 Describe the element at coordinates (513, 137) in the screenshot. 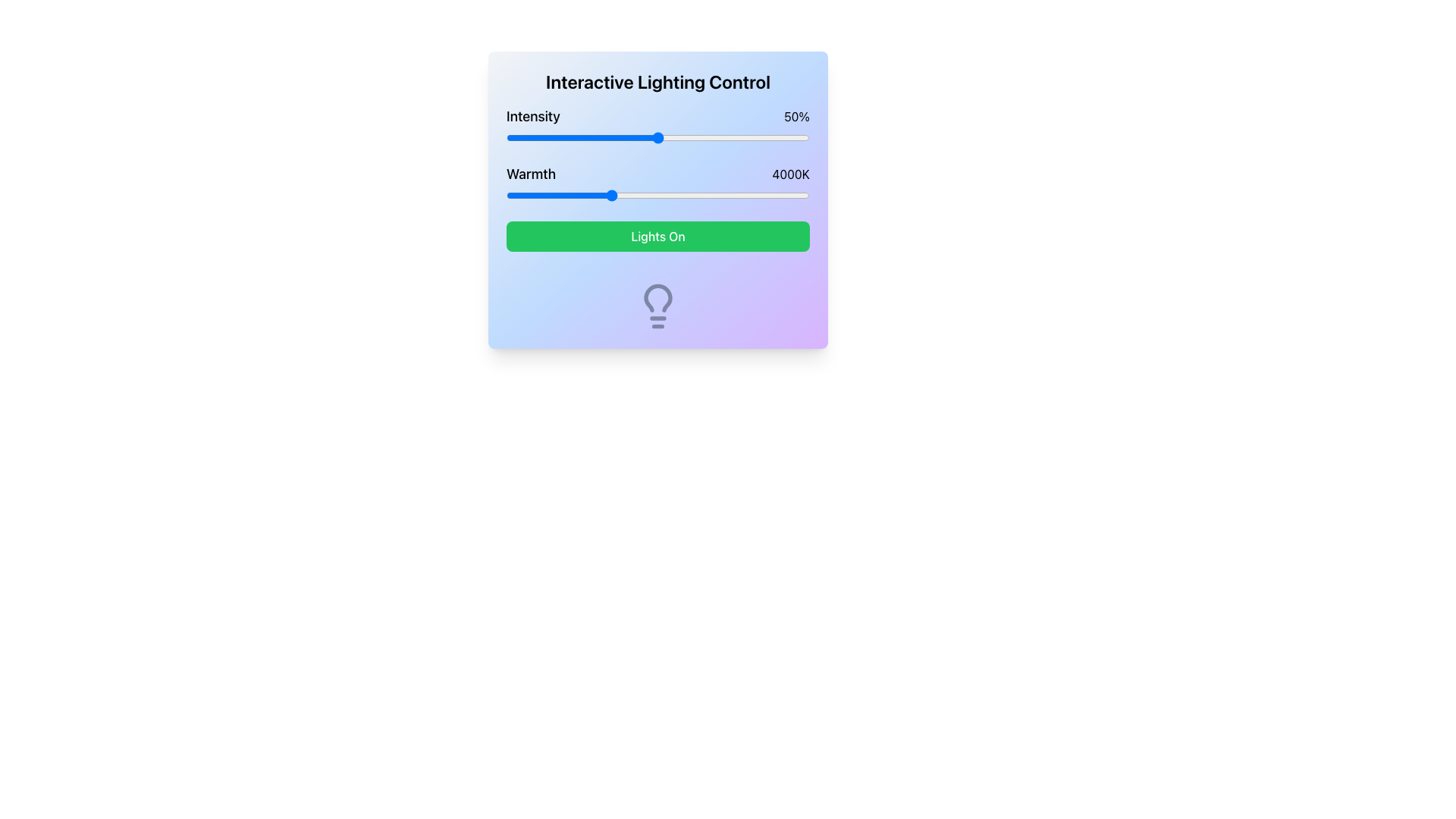

I see `the slider value` at that location.